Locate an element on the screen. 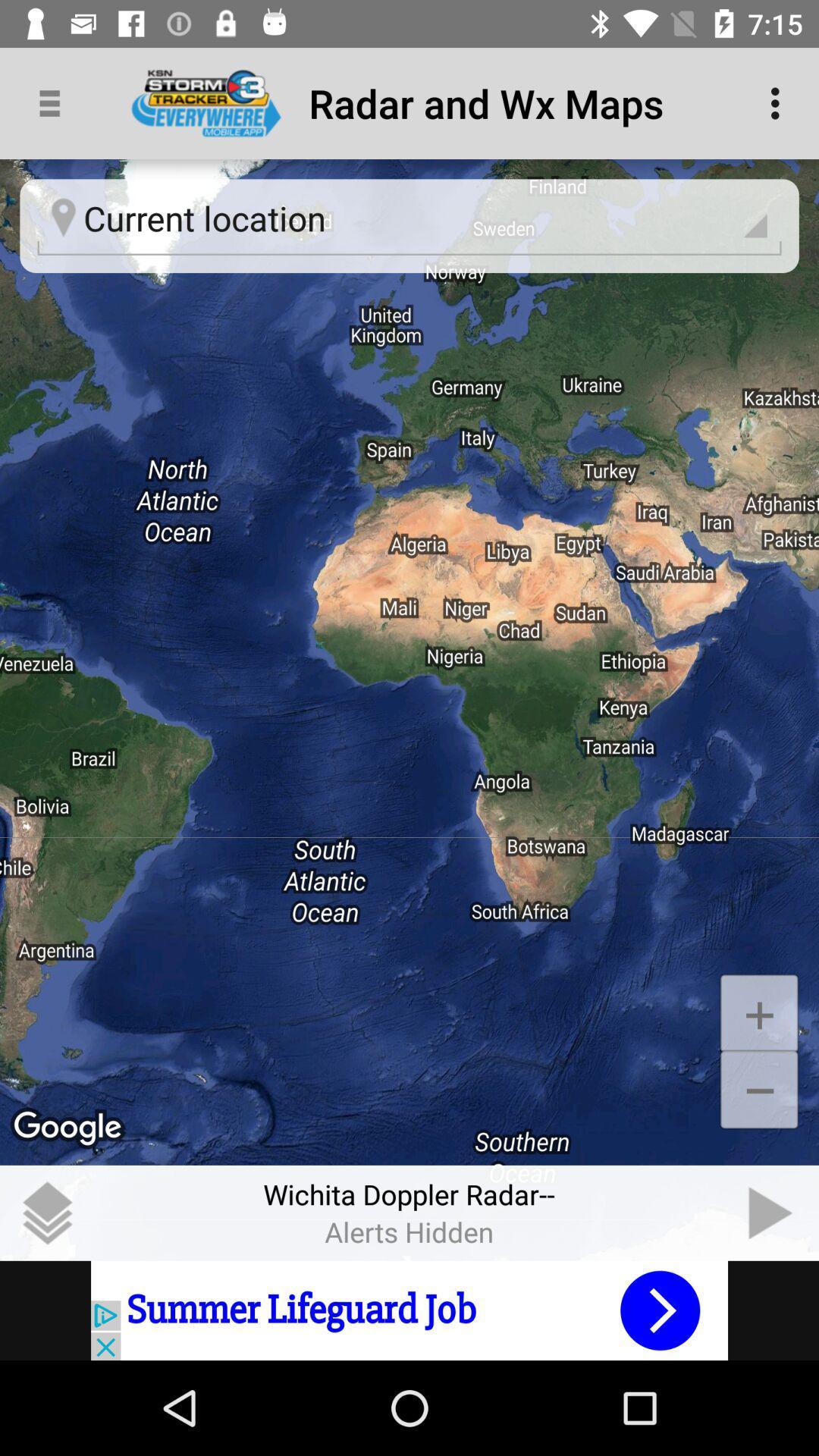 This screenshot has height=1456, width=819. next button is located at coordinates (771, 1212).